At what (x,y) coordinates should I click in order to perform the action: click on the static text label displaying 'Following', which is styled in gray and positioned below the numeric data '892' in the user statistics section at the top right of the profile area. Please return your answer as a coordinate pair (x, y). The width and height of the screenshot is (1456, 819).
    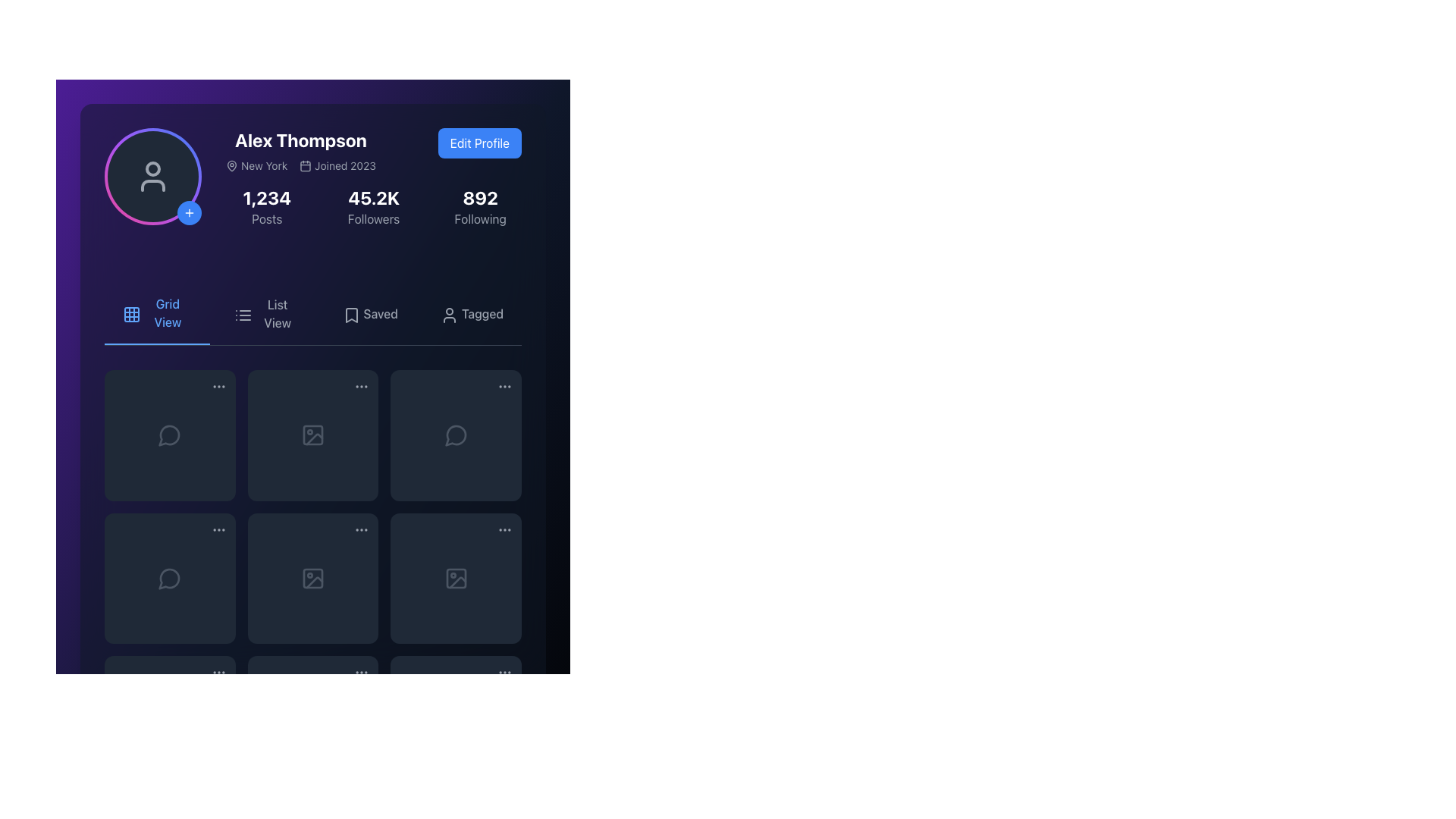
    Looking at the image, I should click on (479, 219).